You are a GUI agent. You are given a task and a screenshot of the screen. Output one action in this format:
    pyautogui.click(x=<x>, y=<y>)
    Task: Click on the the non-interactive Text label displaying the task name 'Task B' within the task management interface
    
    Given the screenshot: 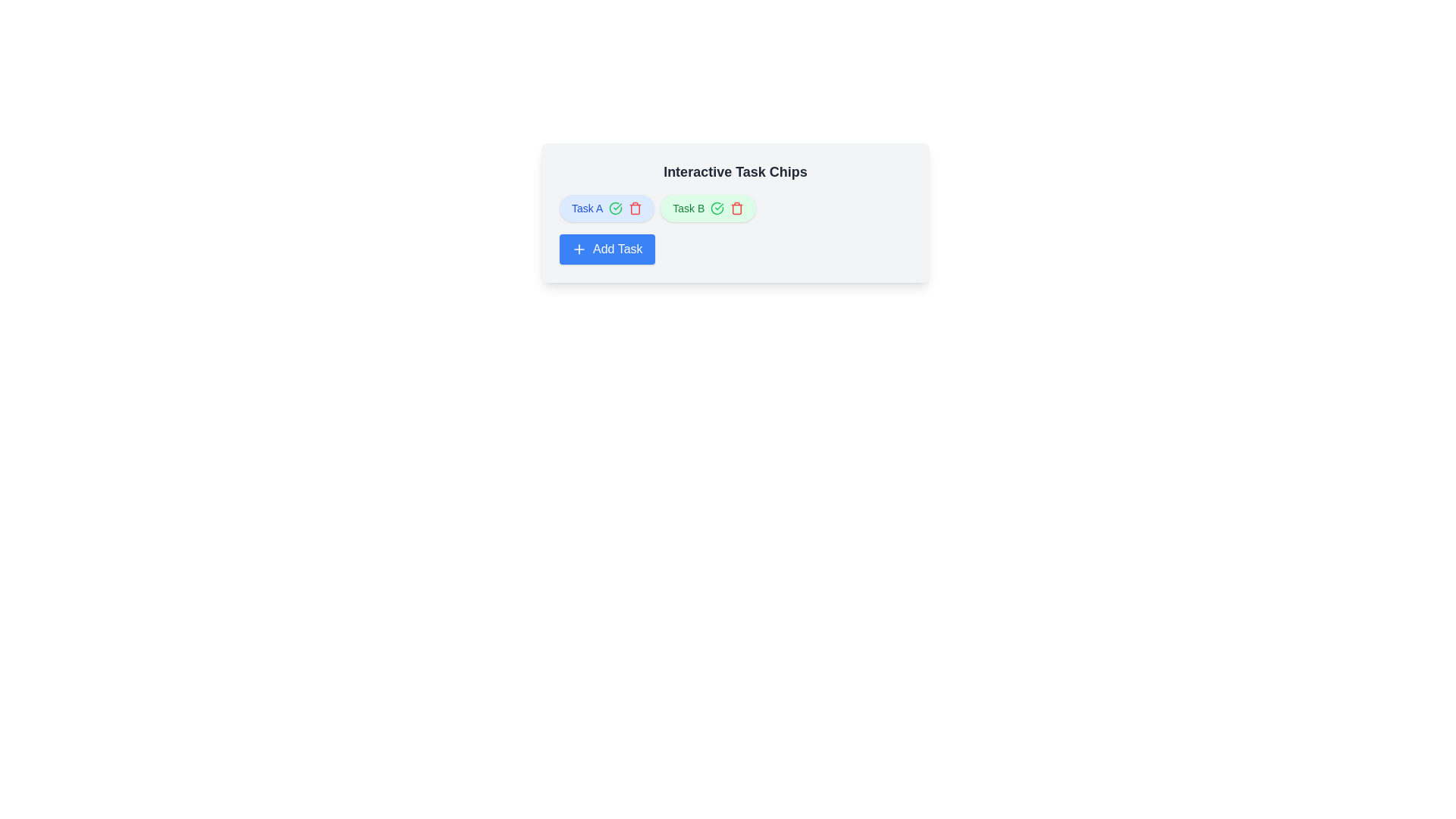 What is the action you would take?
    pyautogui.click(x=688, y=208)
    